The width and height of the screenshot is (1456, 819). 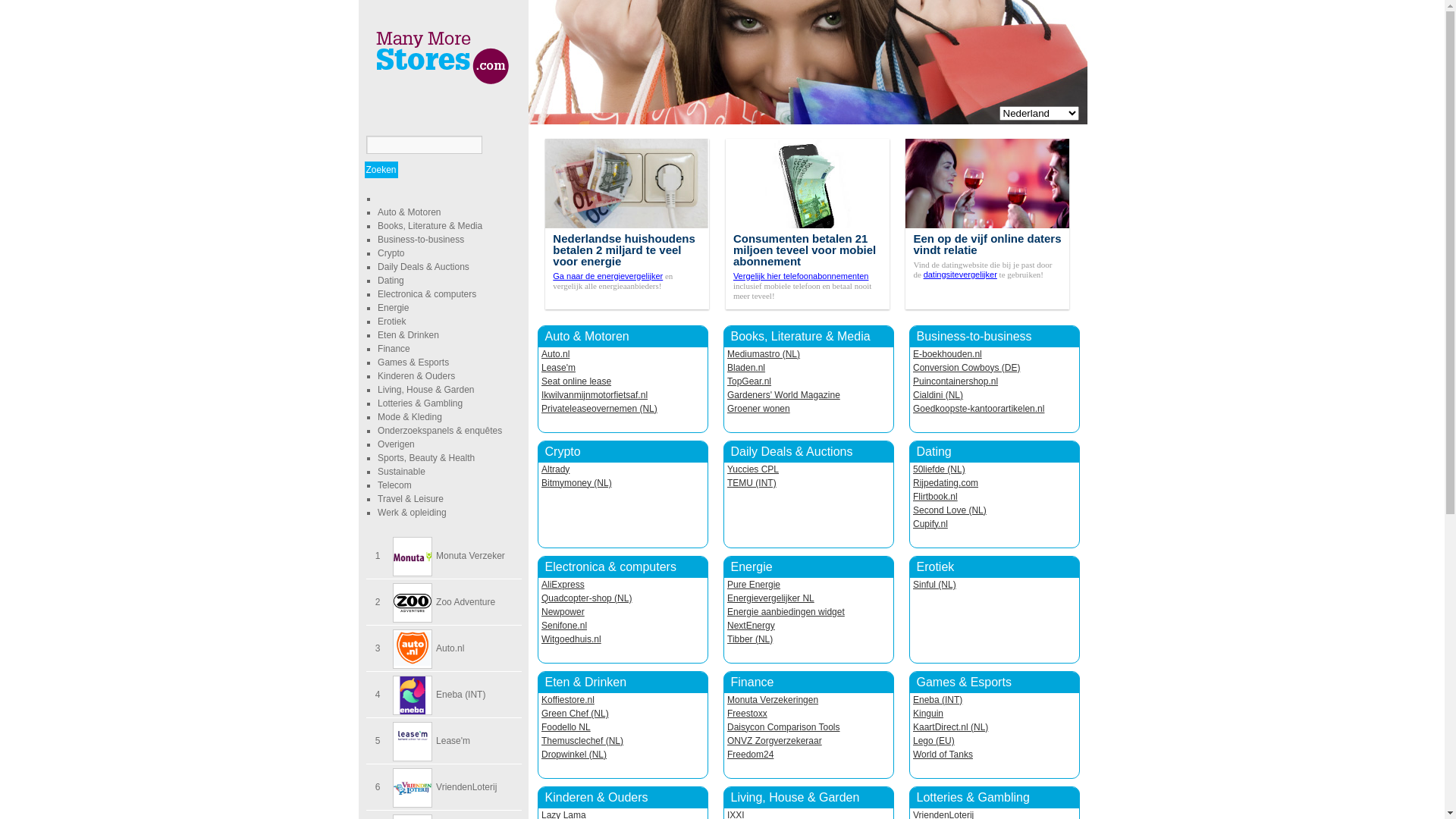 What do you see at coordinates (933, 739) in the screenshot?
I see `'Lego (EU)'` at bounding box center [933, 739].